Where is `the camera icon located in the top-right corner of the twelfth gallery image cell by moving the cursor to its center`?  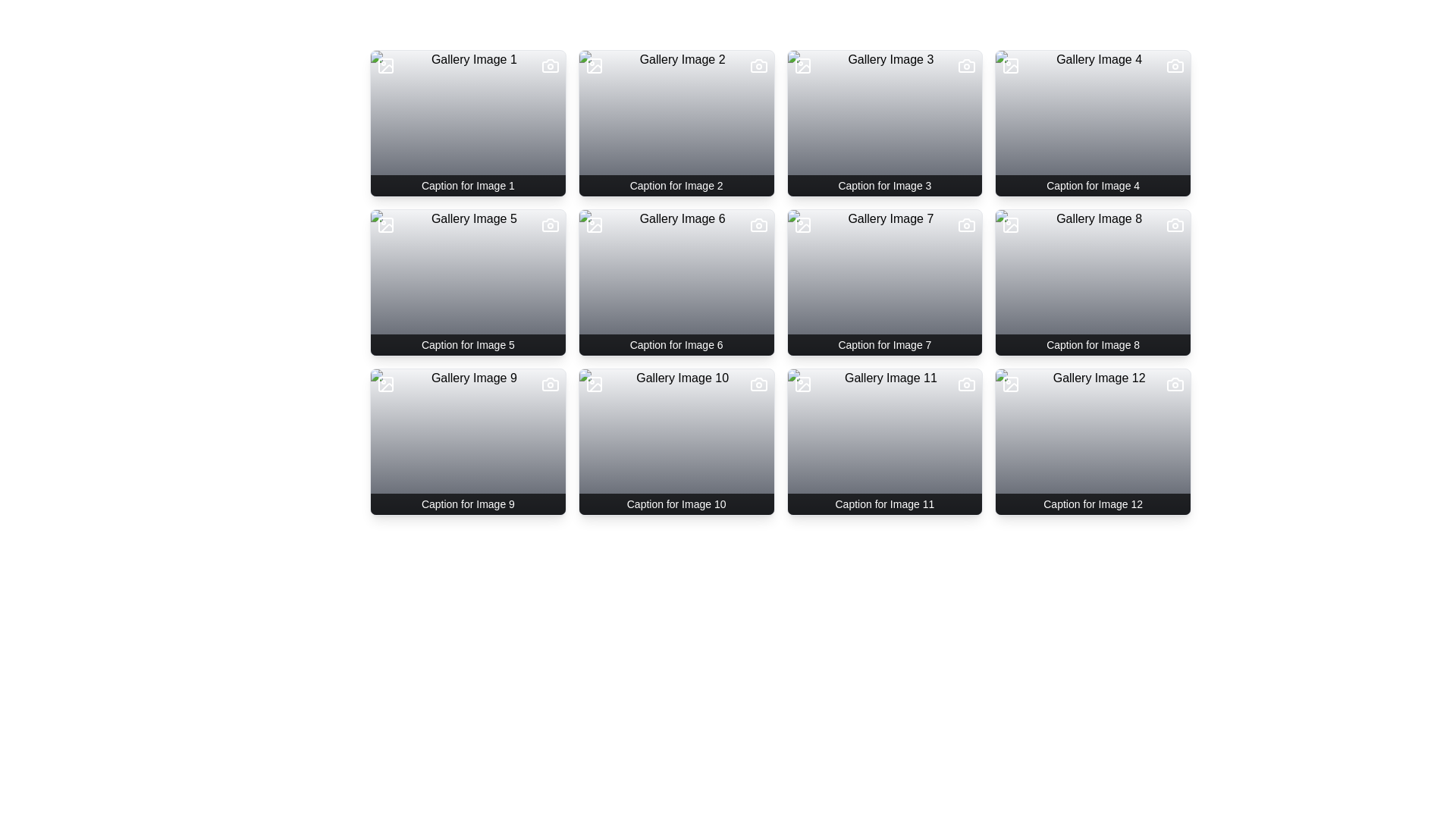
the camera icon located in the top-right corner of the twelfth gallery image cell by moving the cursor to its center is located at coordinates (1175, 383).